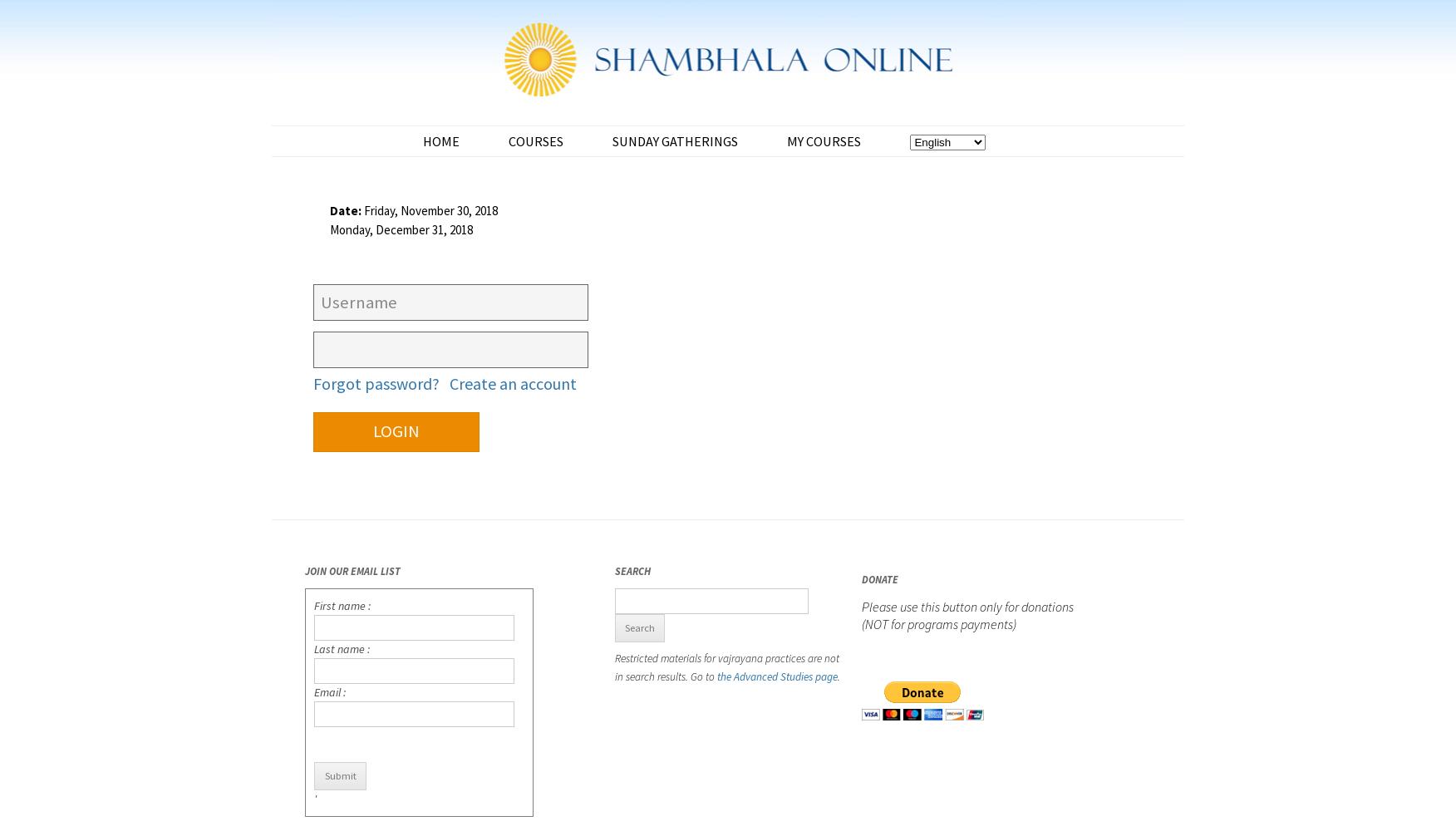 This screenshot has width=1456, height=831. Describe the element at coordinates (342, 604) in the screenshot. I see `'First name :'` at that location.